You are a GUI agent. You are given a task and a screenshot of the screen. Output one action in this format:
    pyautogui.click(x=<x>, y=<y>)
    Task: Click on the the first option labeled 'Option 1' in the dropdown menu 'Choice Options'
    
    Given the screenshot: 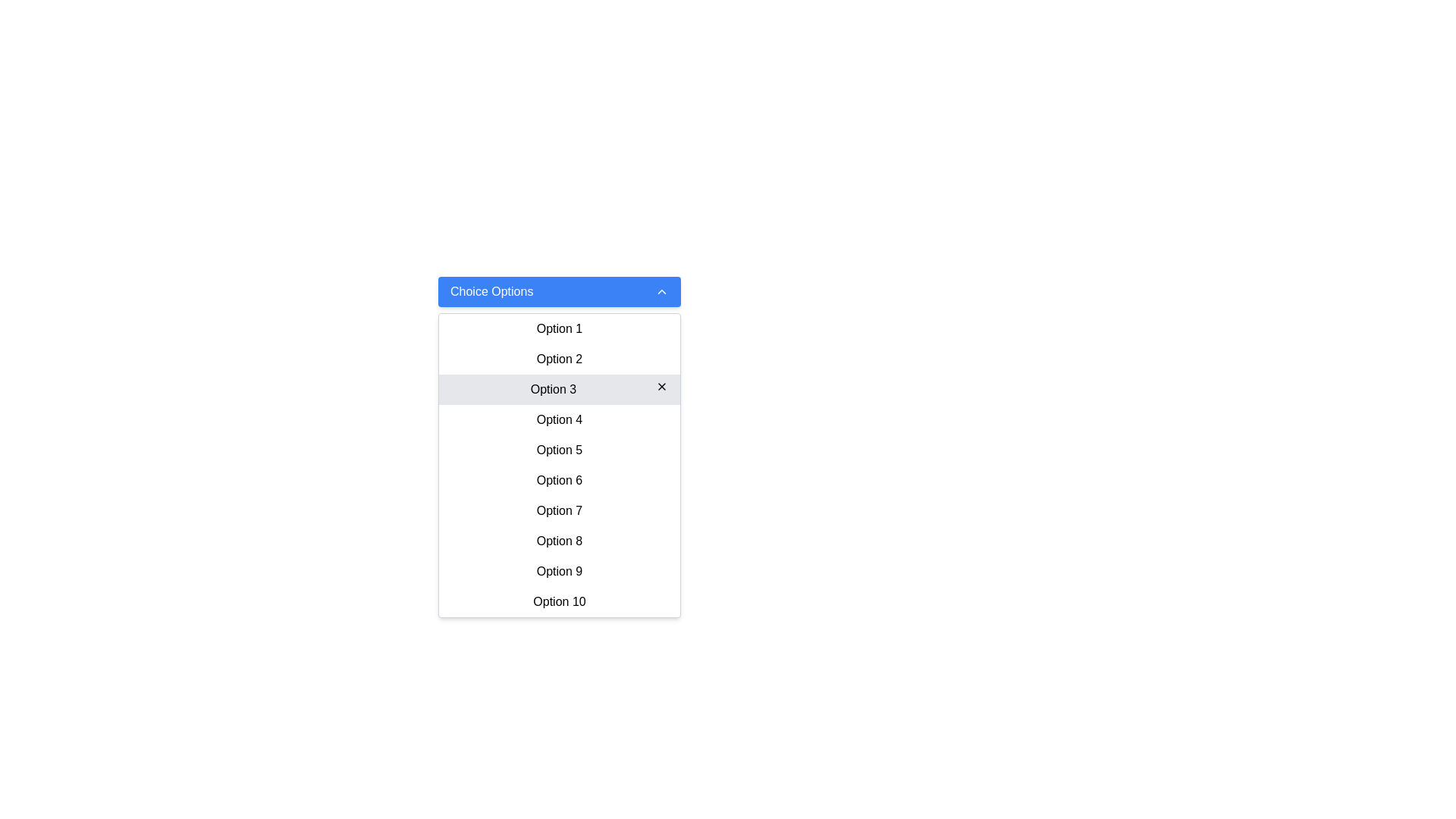 What is the action you would take?
    pyautogui.click(x=559, y=327)
    